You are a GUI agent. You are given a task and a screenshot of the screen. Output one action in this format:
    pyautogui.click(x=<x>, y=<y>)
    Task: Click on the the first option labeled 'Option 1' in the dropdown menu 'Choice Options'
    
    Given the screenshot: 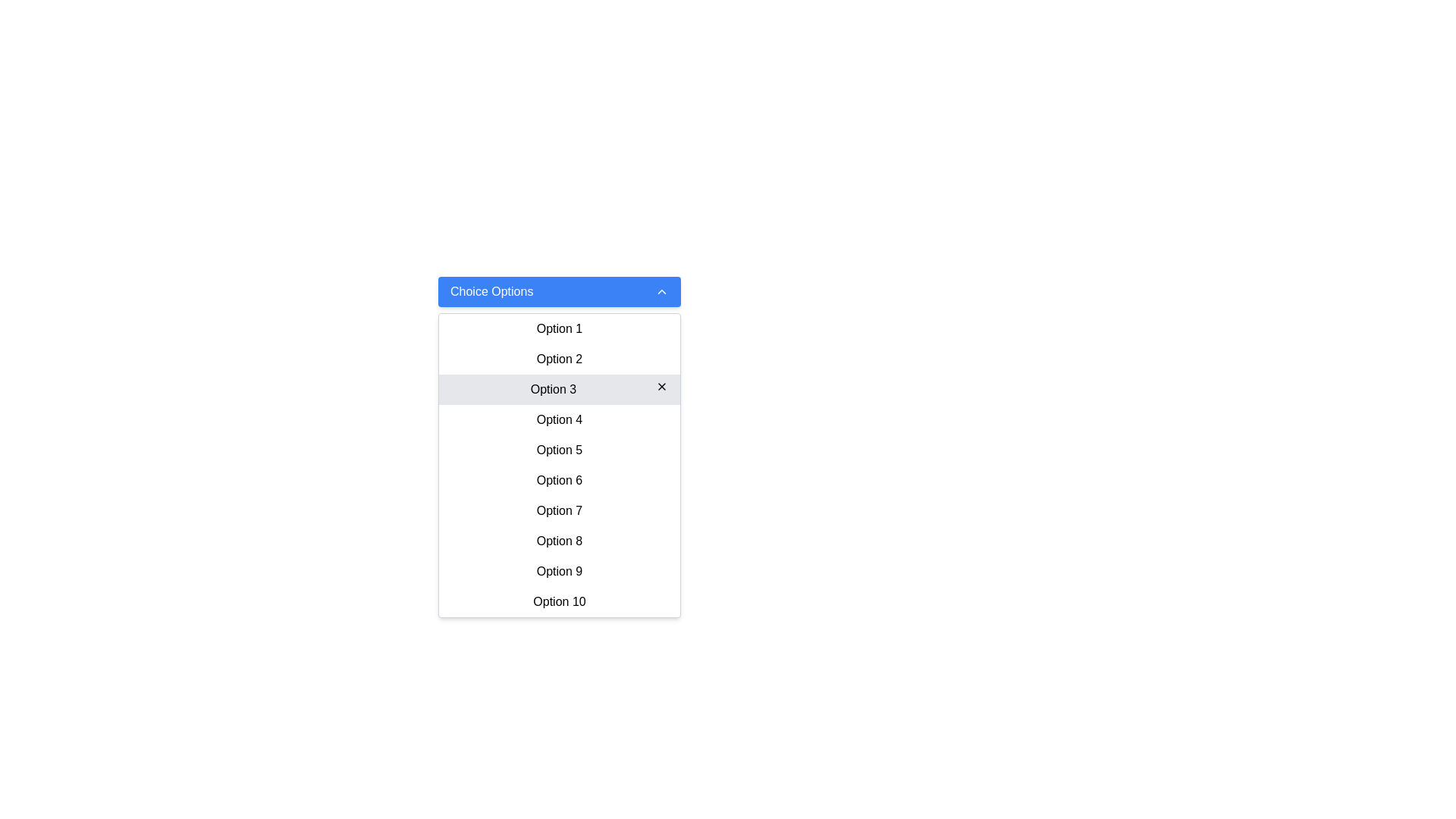 What is the action you would take?
    pyautogui.click(x=559, y=327)
    